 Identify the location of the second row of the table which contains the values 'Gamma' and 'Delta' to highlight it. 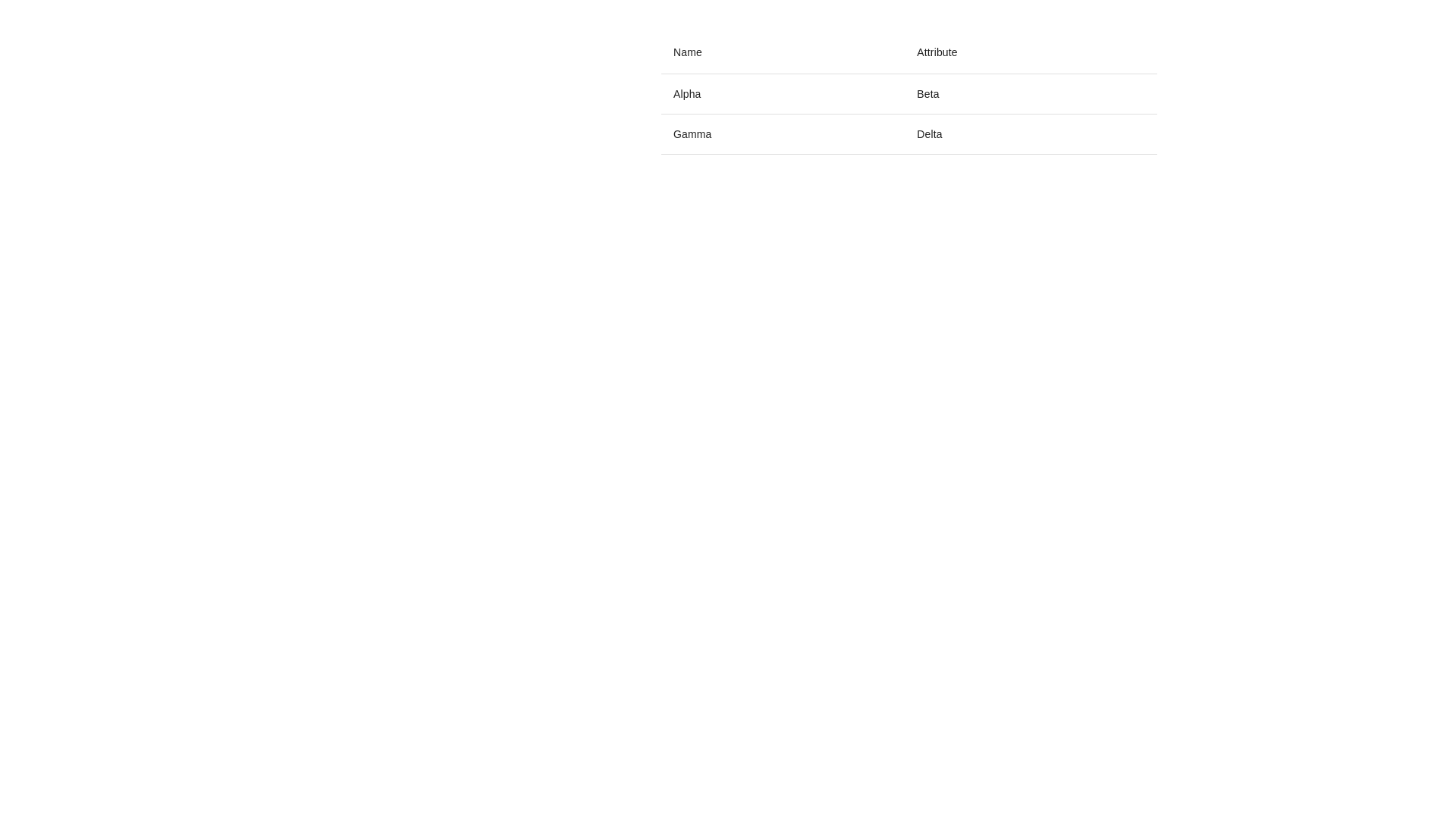
(909, 133).